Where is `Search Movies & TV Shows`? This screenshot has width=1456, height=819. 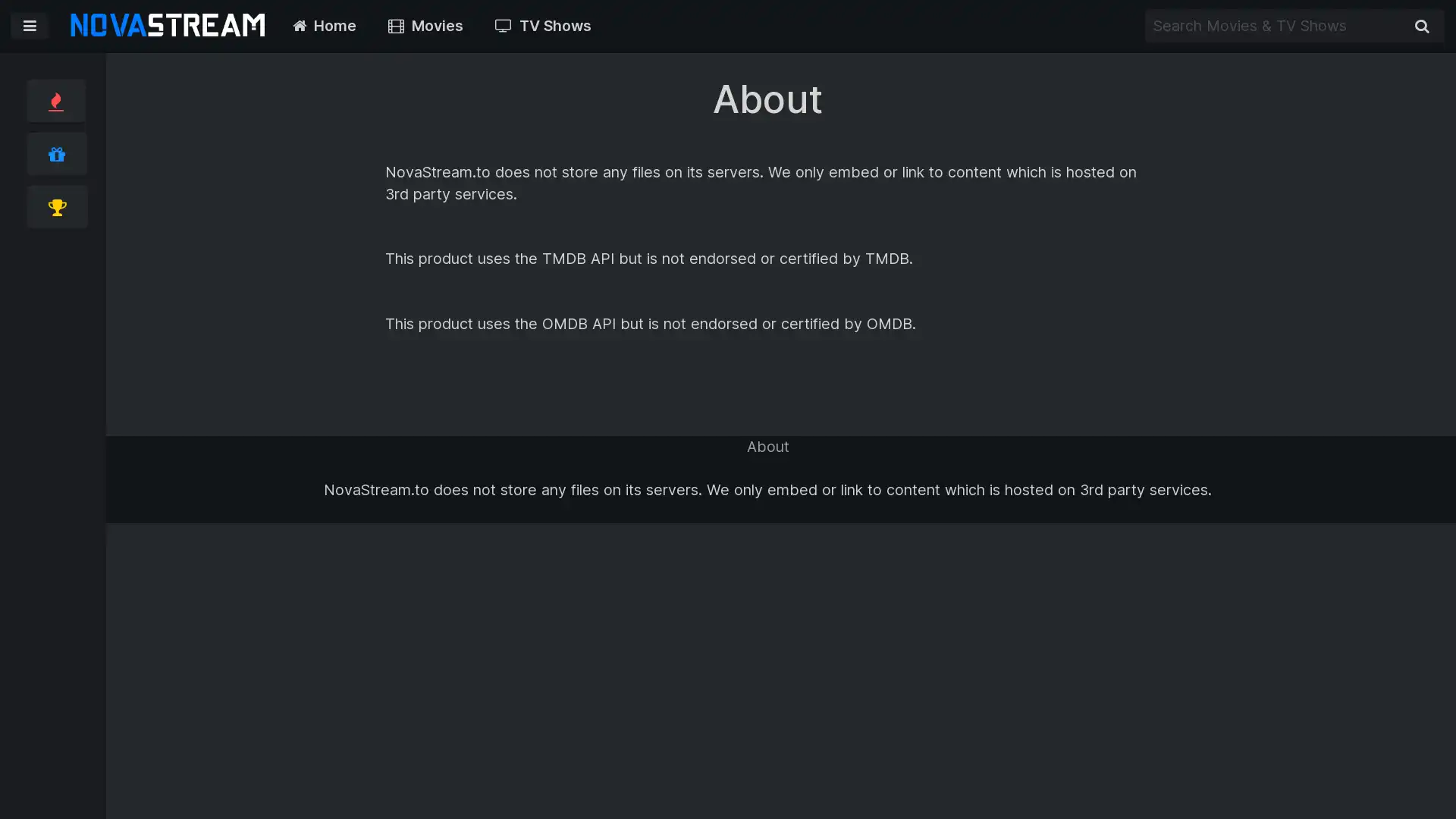 Search Movies & TV Shows is located at coordinates (1421, 26).